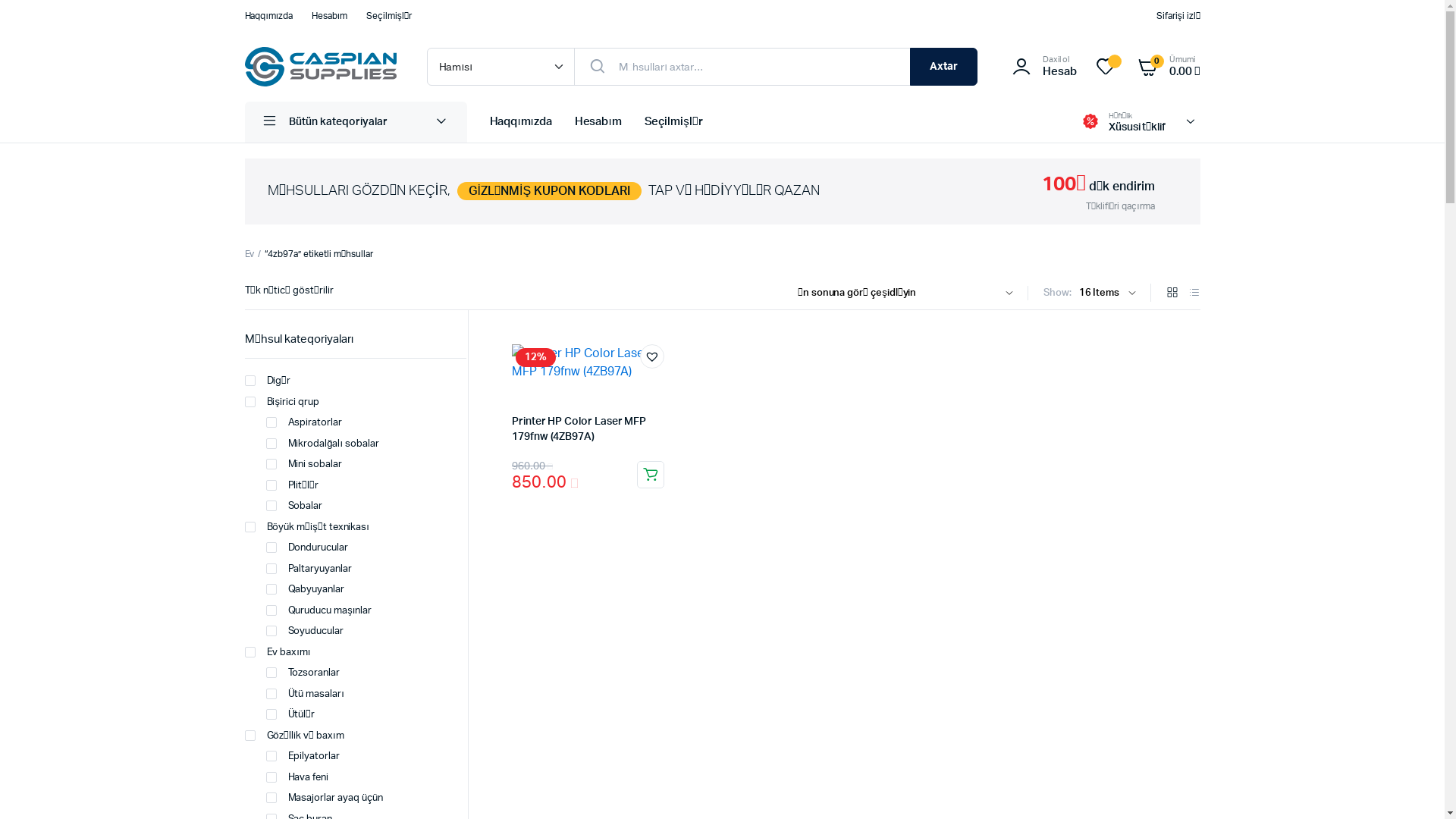 The height and width of the screenshot is (819, 1456). What do you see at coordinates (1041, 66) in the screenshot?
I see `'Daxil ol` at bounding box center [1041, 66].